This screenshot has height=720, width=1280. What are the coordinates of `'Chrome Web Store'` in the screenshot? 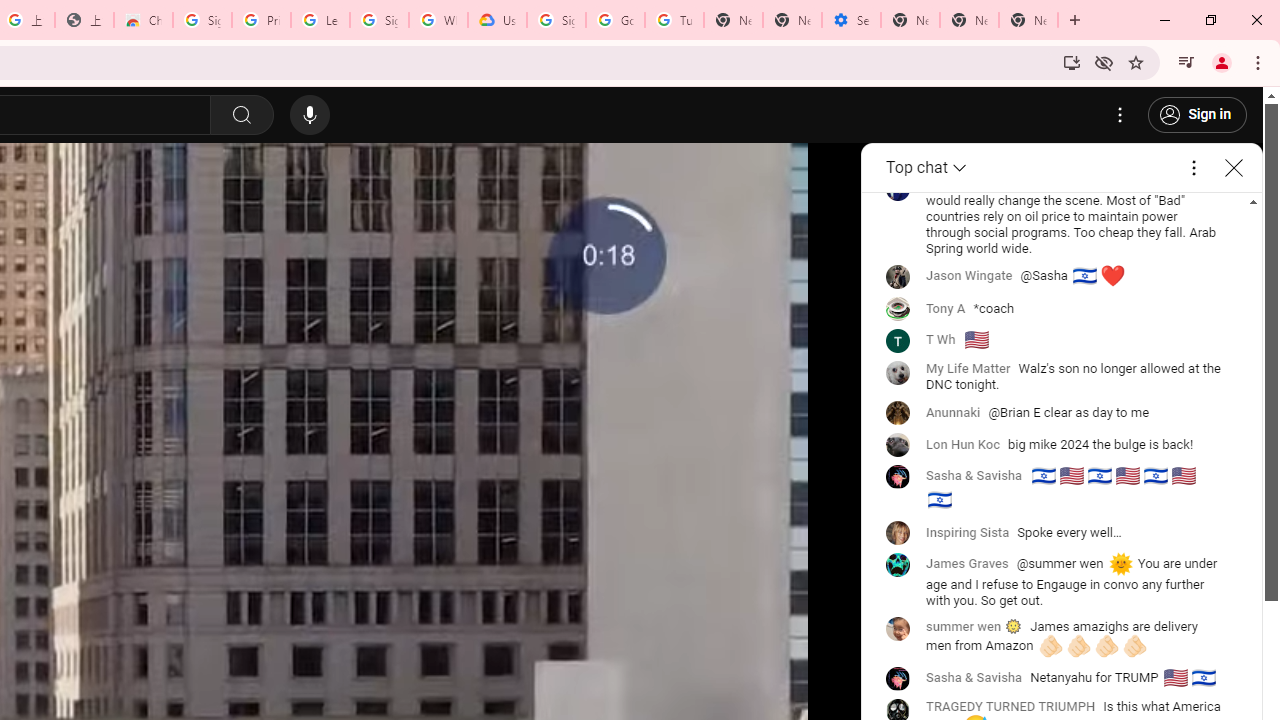 It's located at (142, 20).